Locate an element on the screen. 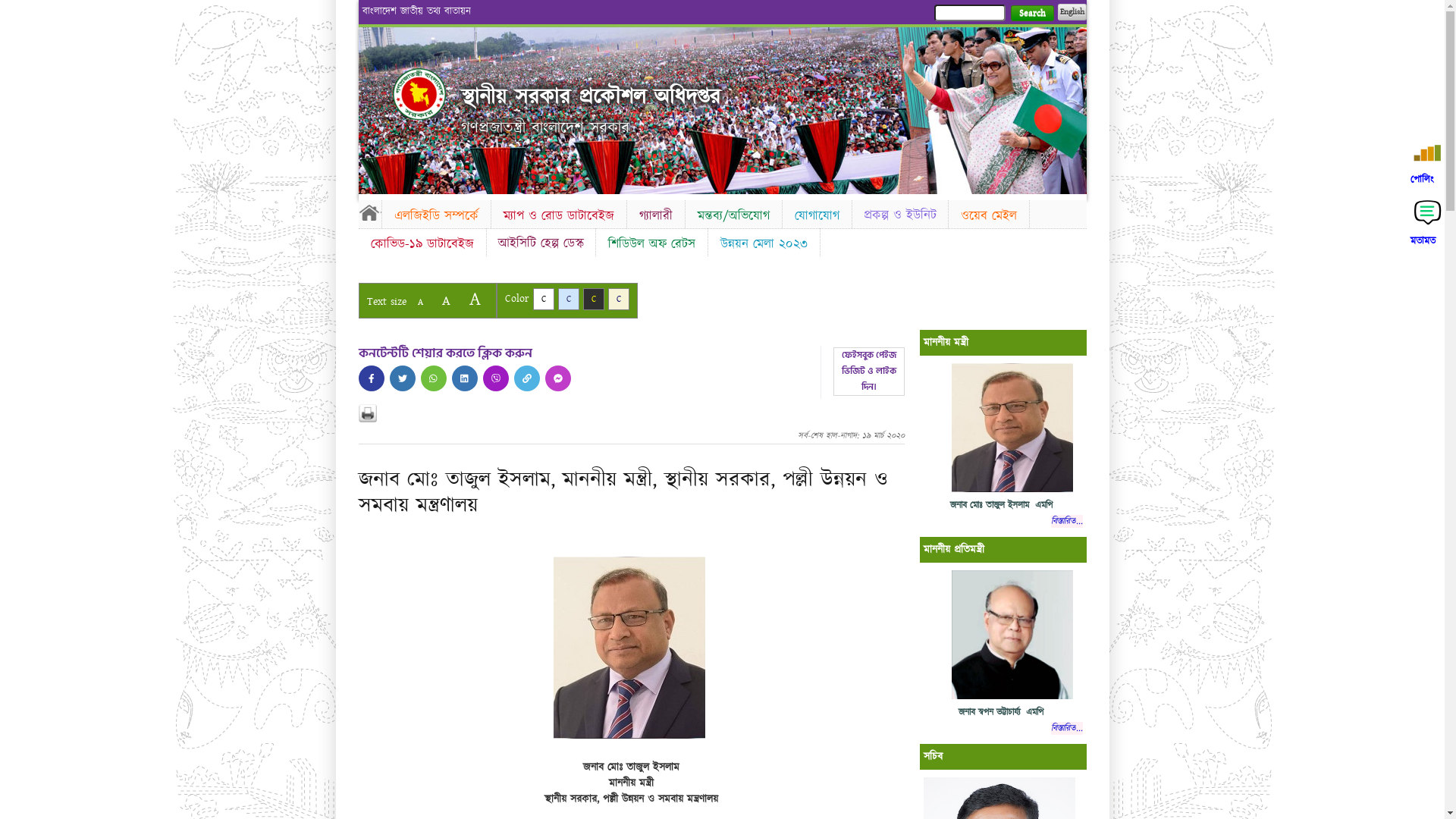 Image resolution: width=1456 pixels, height=819 pixels. 'A' is located at coordinates (444, 300).